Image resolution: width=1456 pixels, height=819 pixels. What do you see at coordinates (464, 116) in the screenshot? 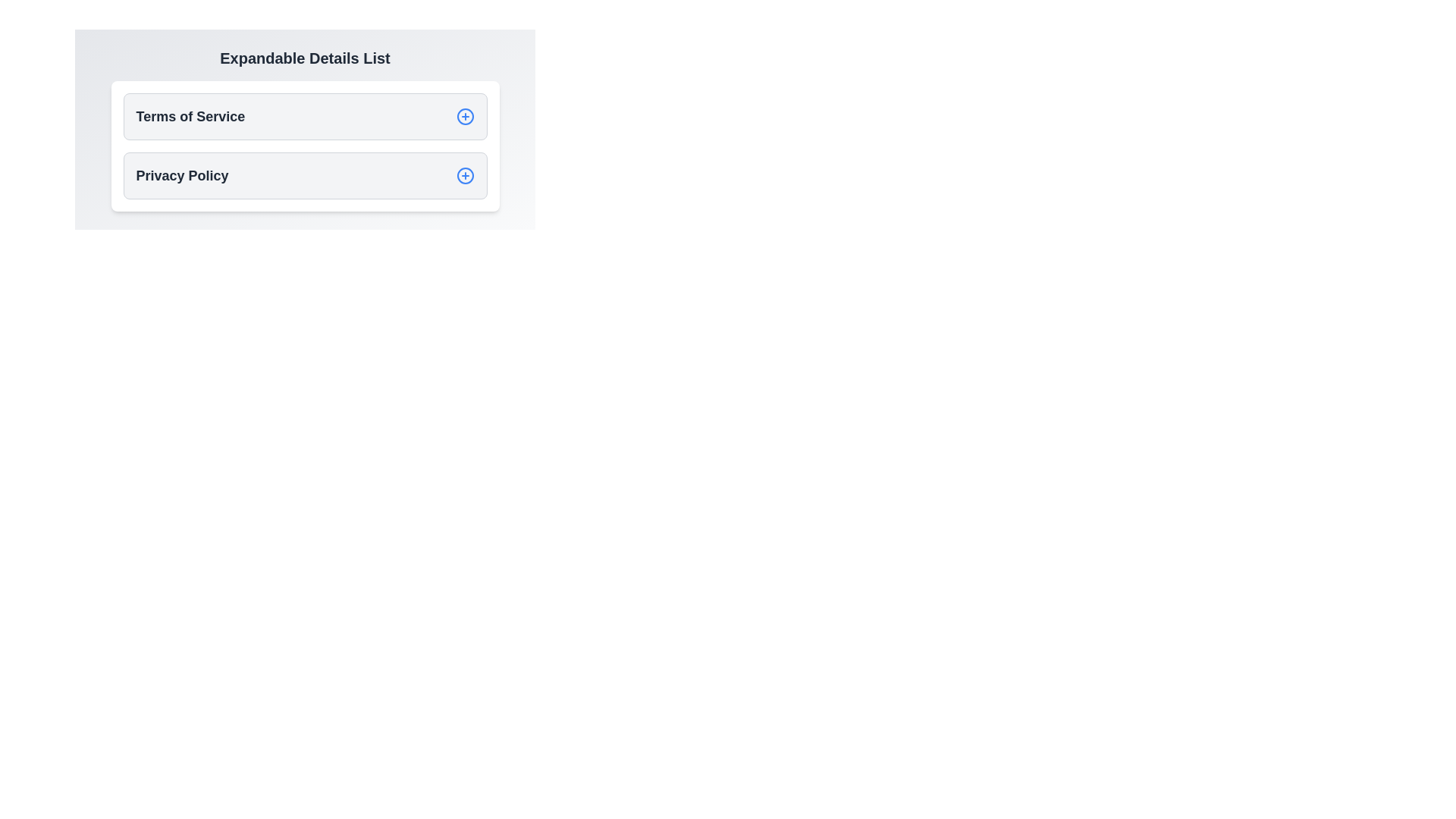
I see `the circular SVG element that represents the base structure of the plus icon in the 'Terms of Service' section` at bounding box center [464, 116].